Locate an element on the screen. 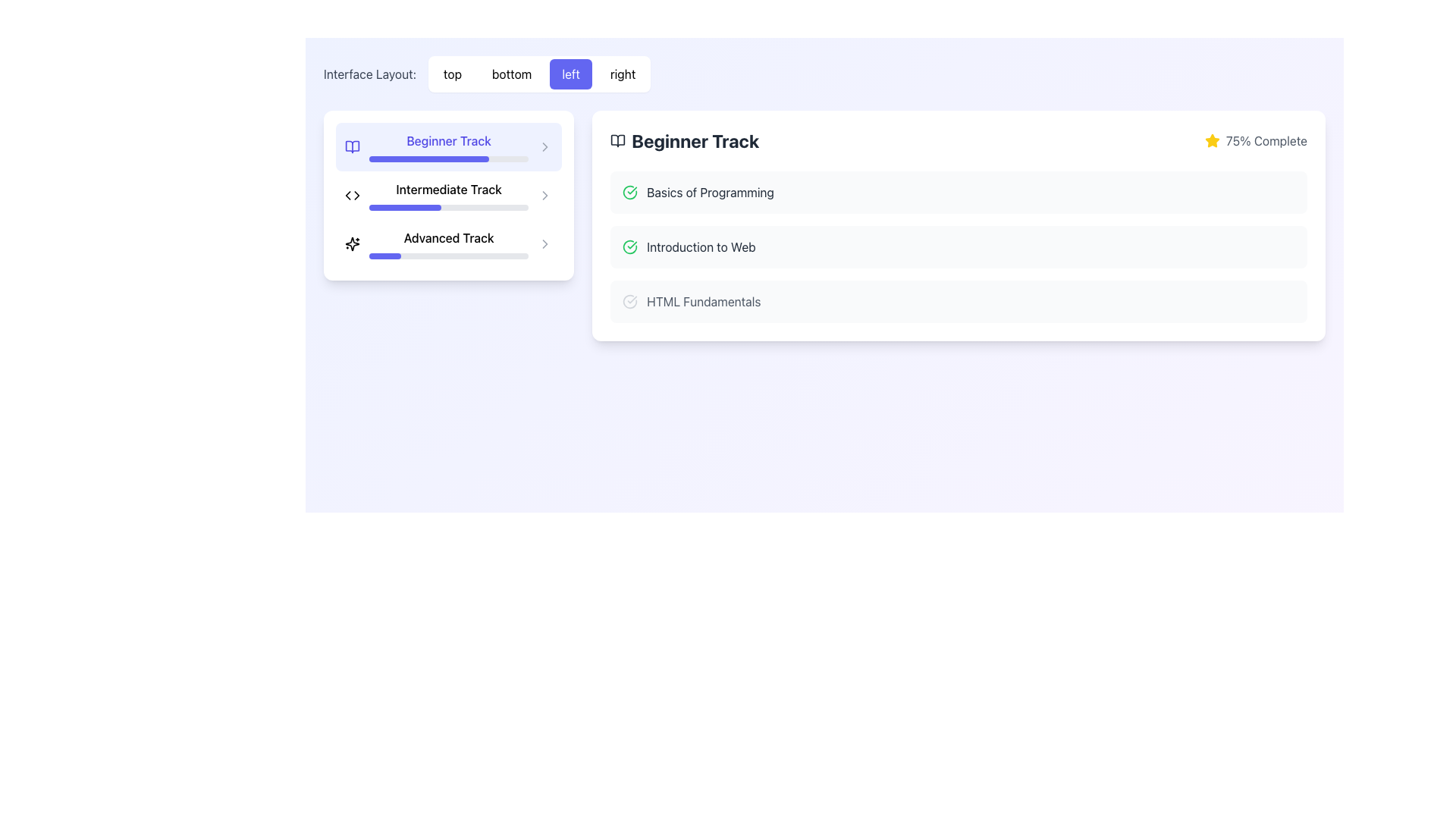 The height and width of the screenshot is (819, 1456). the text label identifying the 'Basics of Programming' topic, which is the first item in the vertical list of the 'Beginner Track' section is located at coordinates (710, 192).